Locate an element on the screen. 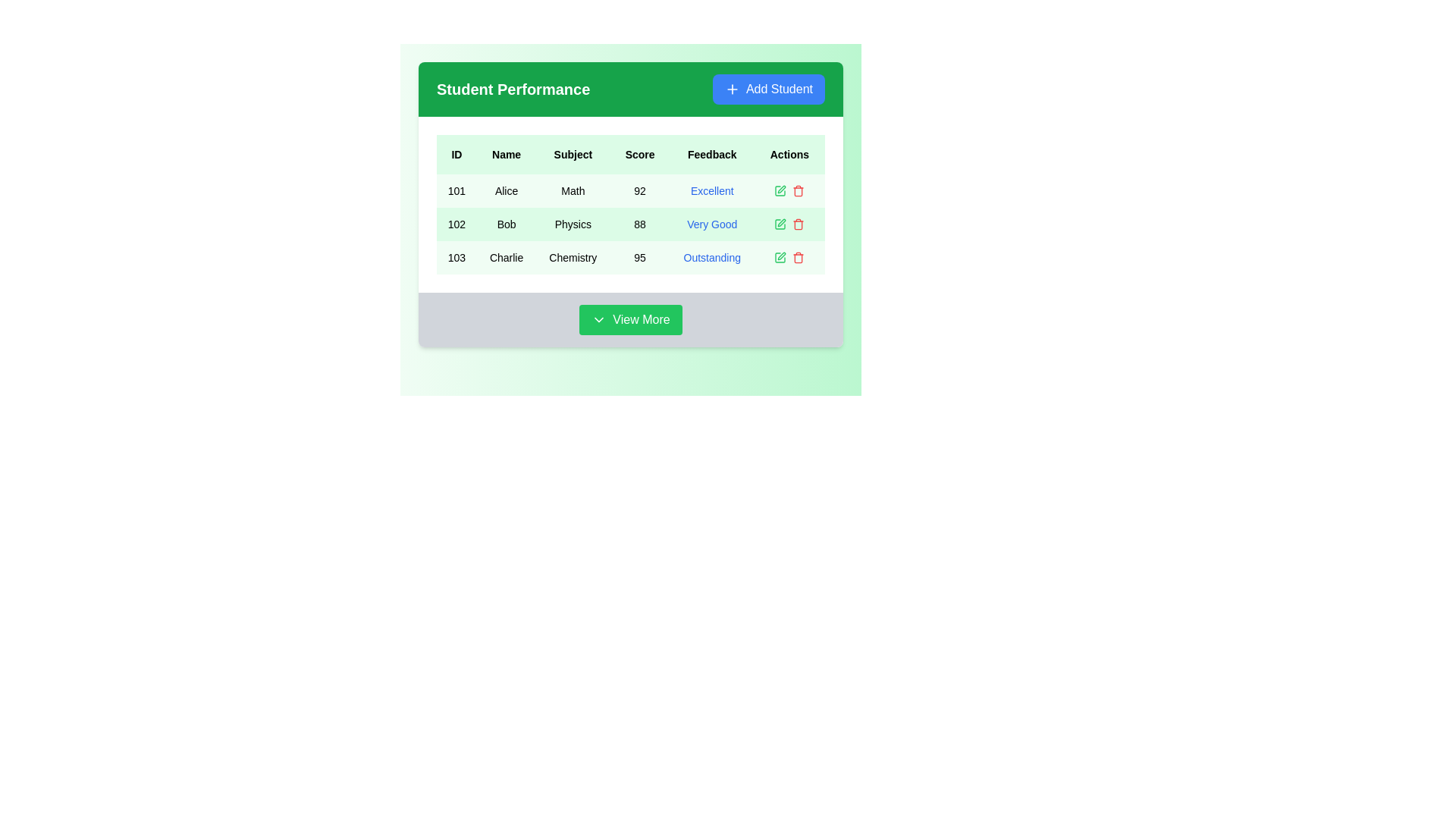 The image size is (1456, 819). the static text content displaying the name 'Bob' in the second row of the table under the 'Name' column, adjacent to the '102' ID is located at coordinates (507, 224).